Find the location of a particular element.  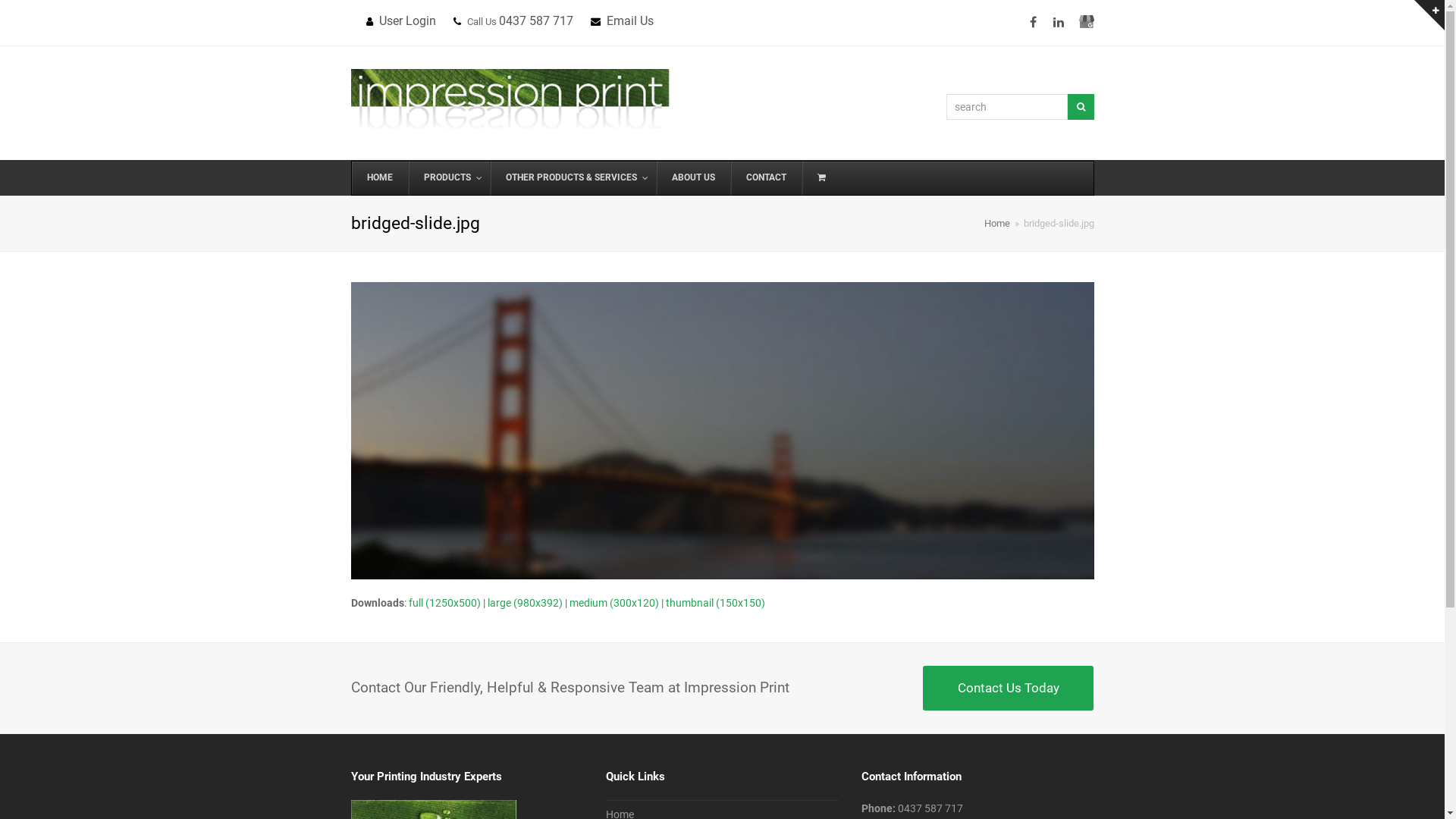

'Home' is located at coordinates (997, 223).